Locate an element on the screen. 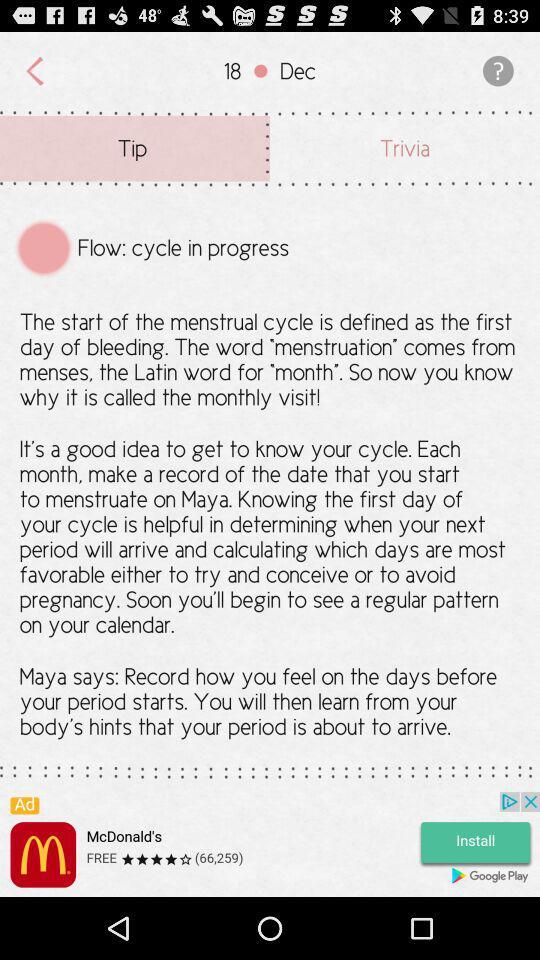 This screenshot has height=960, width=540. the icon which is to the right side of the dec is located at coordinates (494, 71).